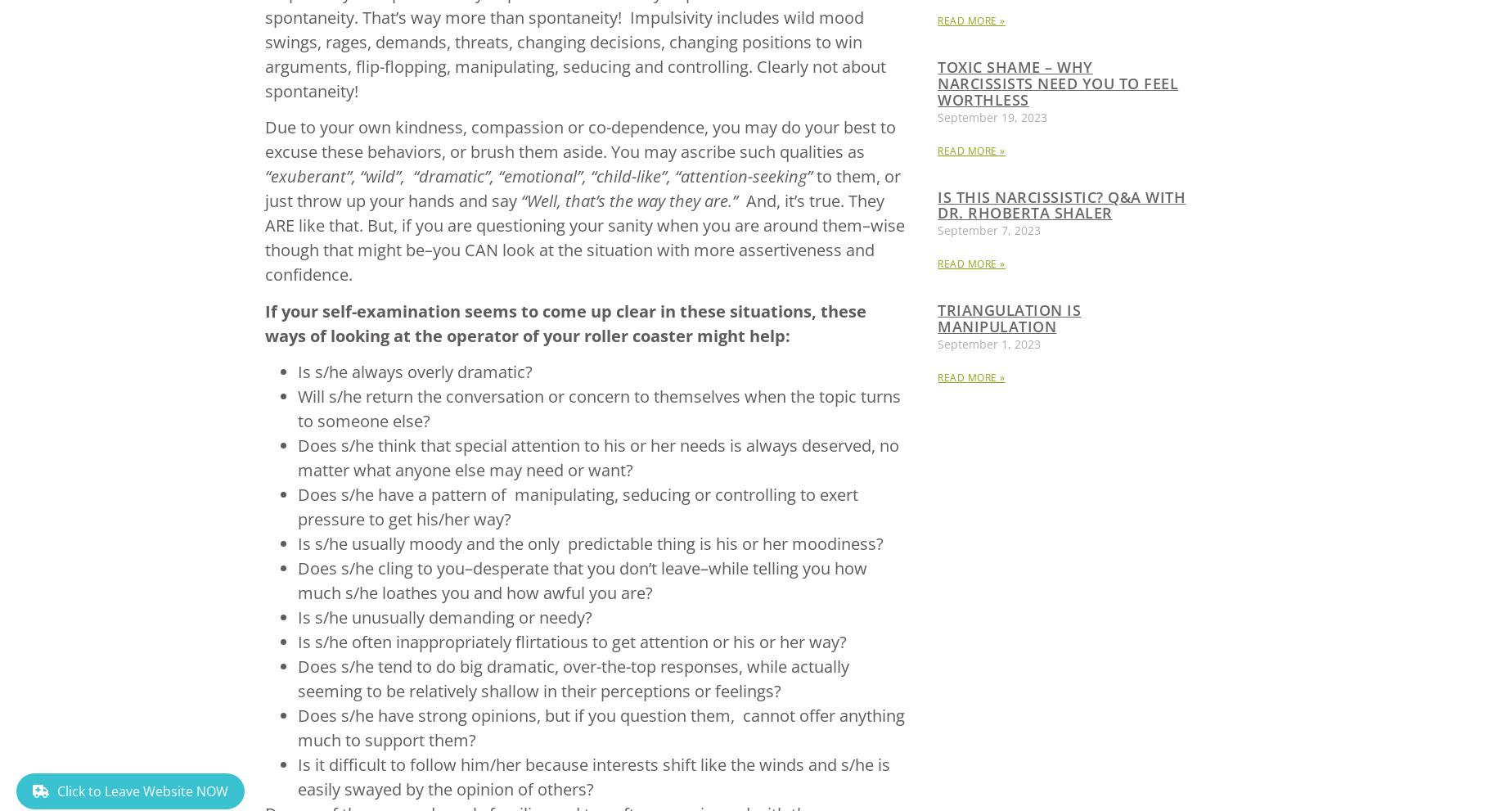 This screenshot has height=811, width=1512. I want to click on 'Does s/he cling to you–desperate that you don’t leave–while telling you how much s/he loathes you and how awful you are?', so click(581, 579).